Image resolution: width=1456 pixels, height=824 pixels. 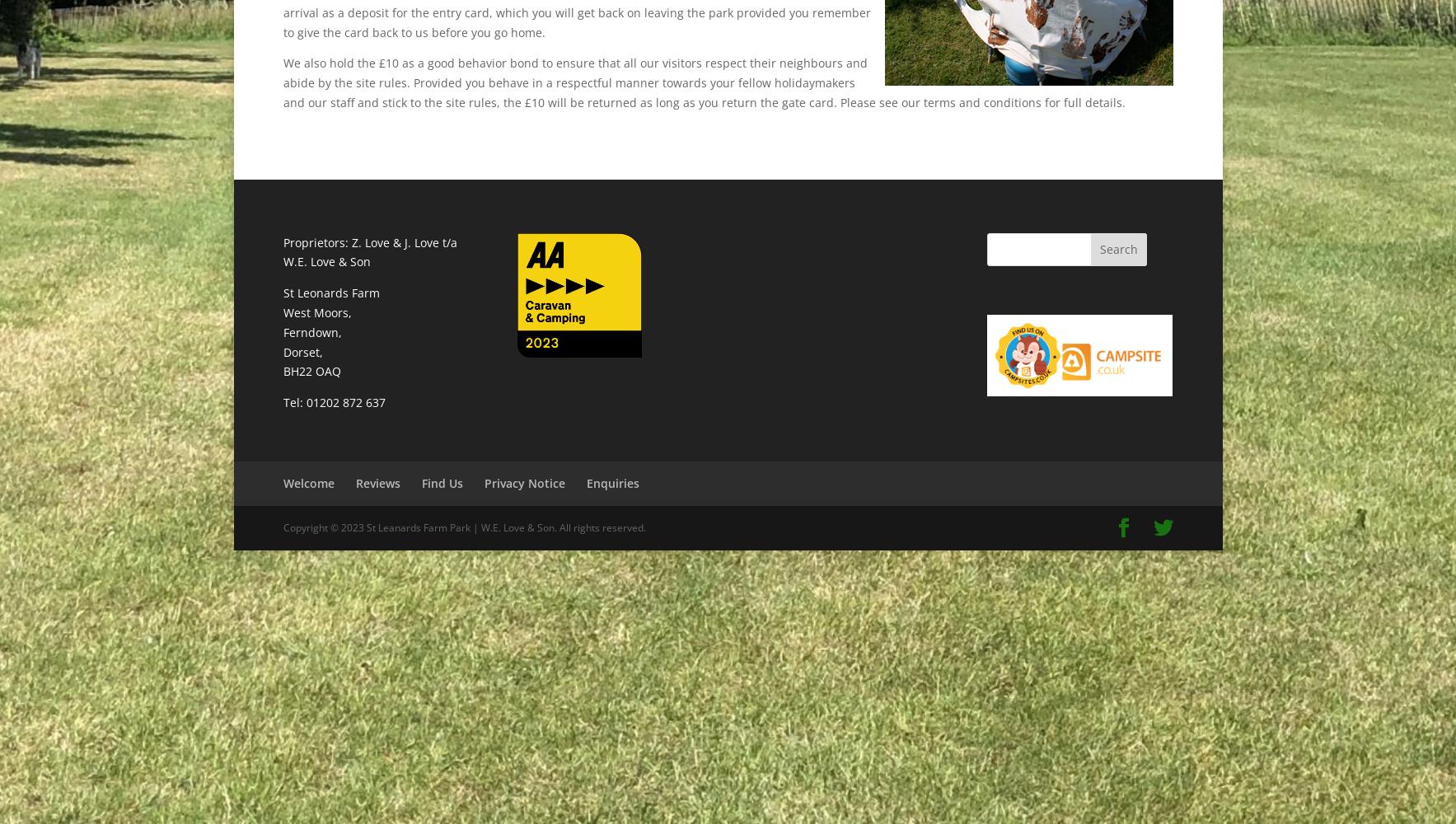 What do you see at coordinates (585, 482) in the screenshot?
I see `'Enquiries'` at bounding box center [585, 482].